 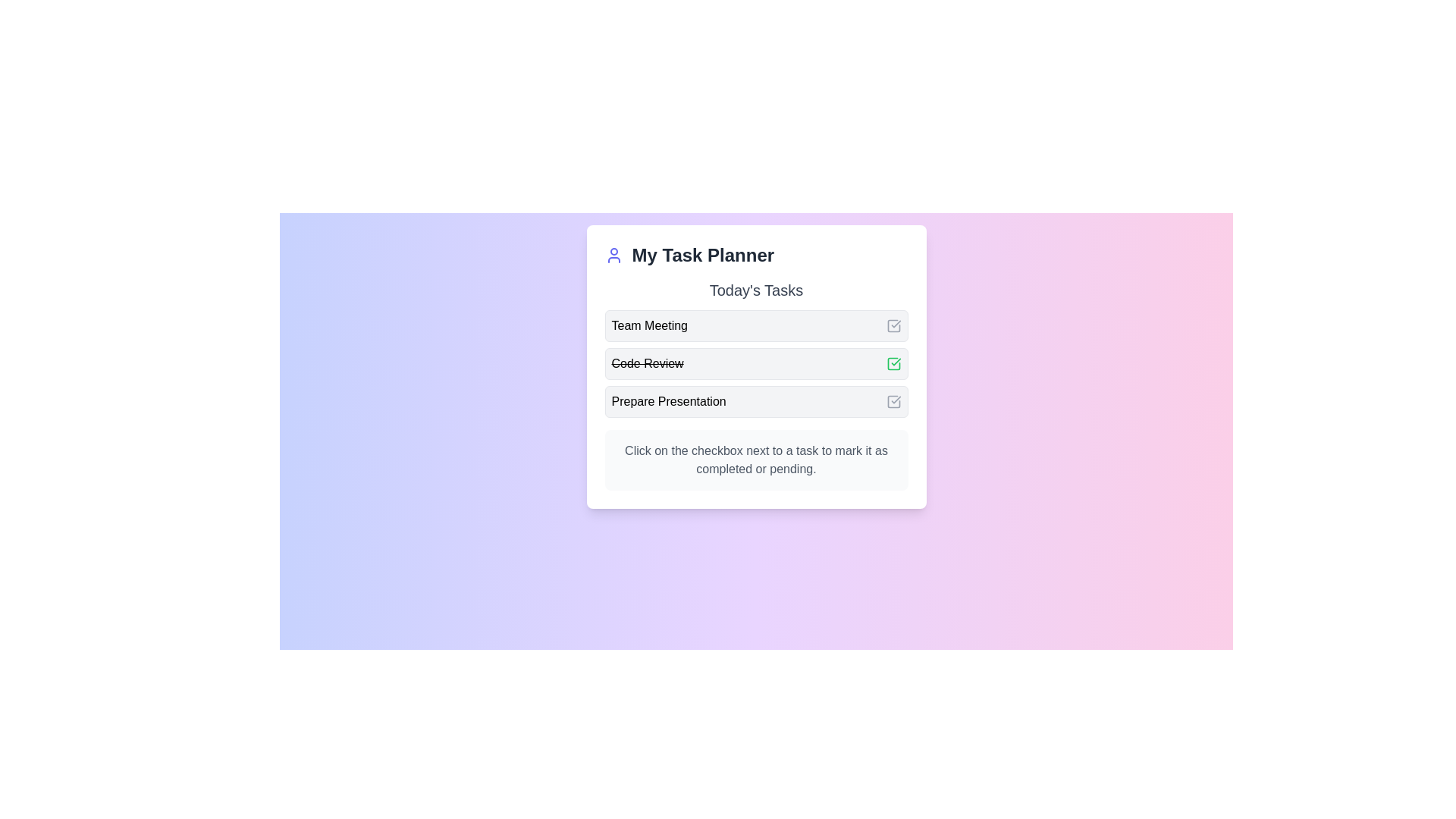 I want to click on the first checkbox in the 'My Task Planner' card, so click(x=893, y=325).